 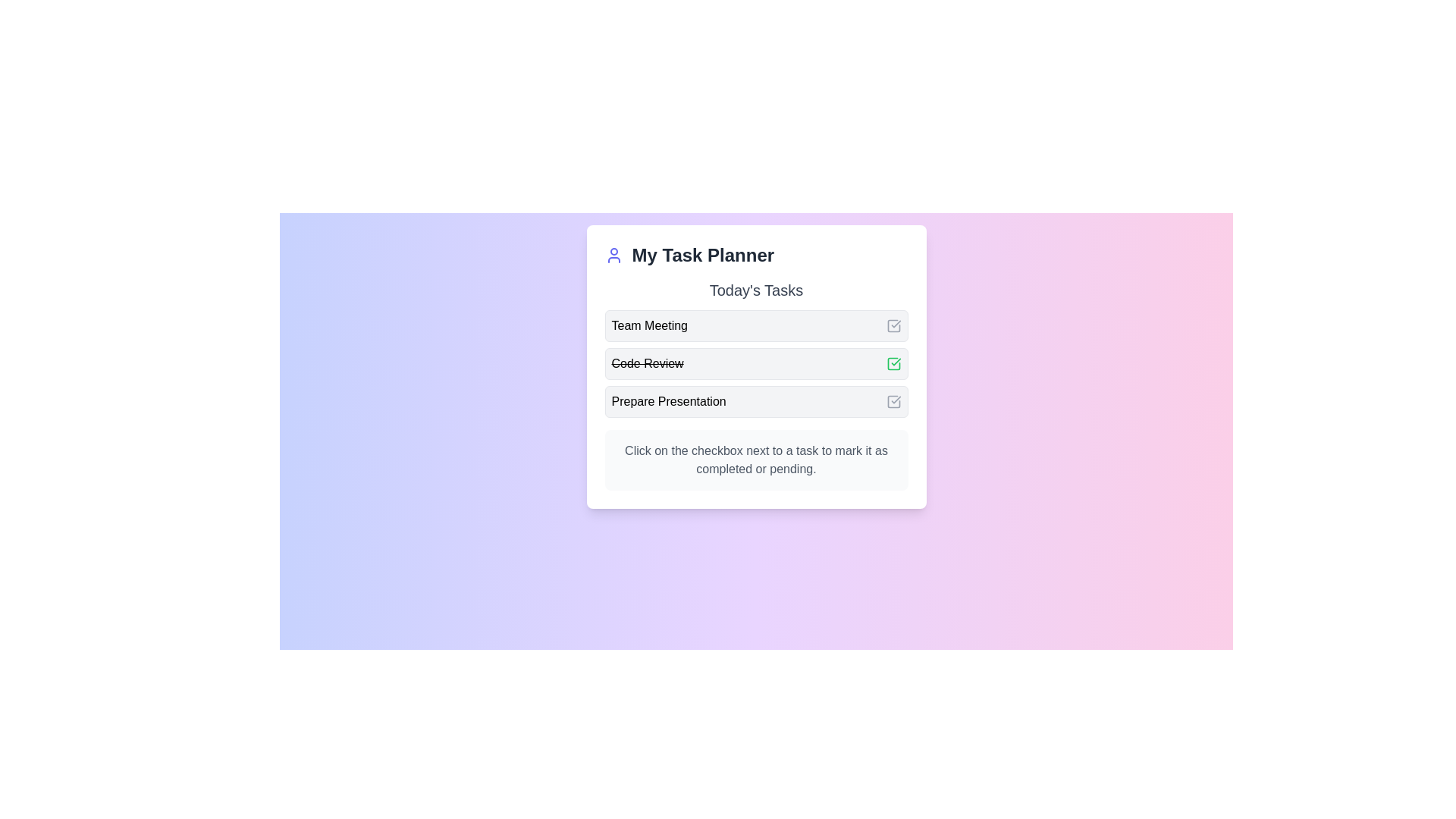 I want to click on the first checkbox in the 'My Task Planner' card, so click(x=893, y=325).